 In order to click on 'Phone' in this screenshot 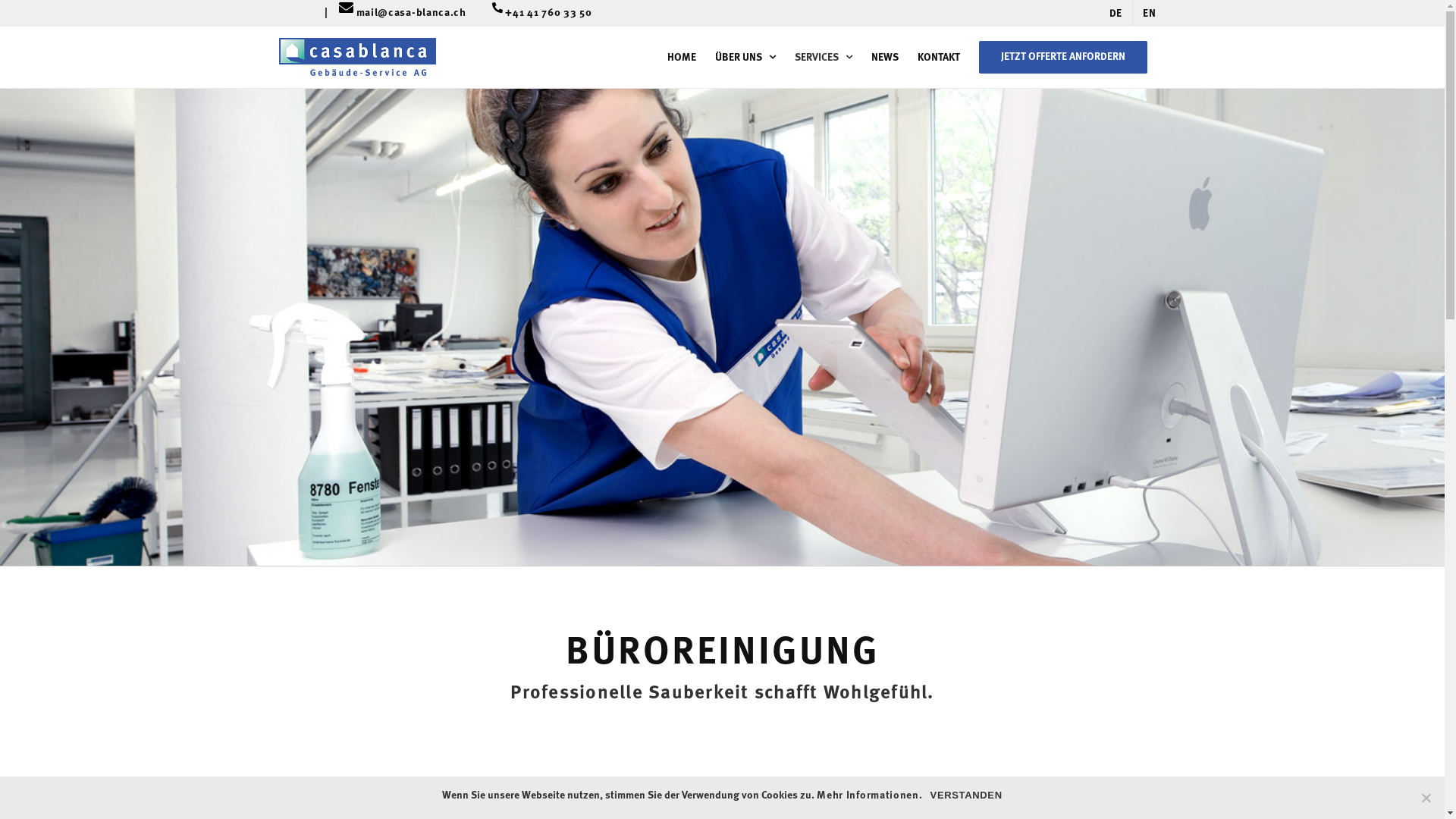, I will do `click(491, 14)`.